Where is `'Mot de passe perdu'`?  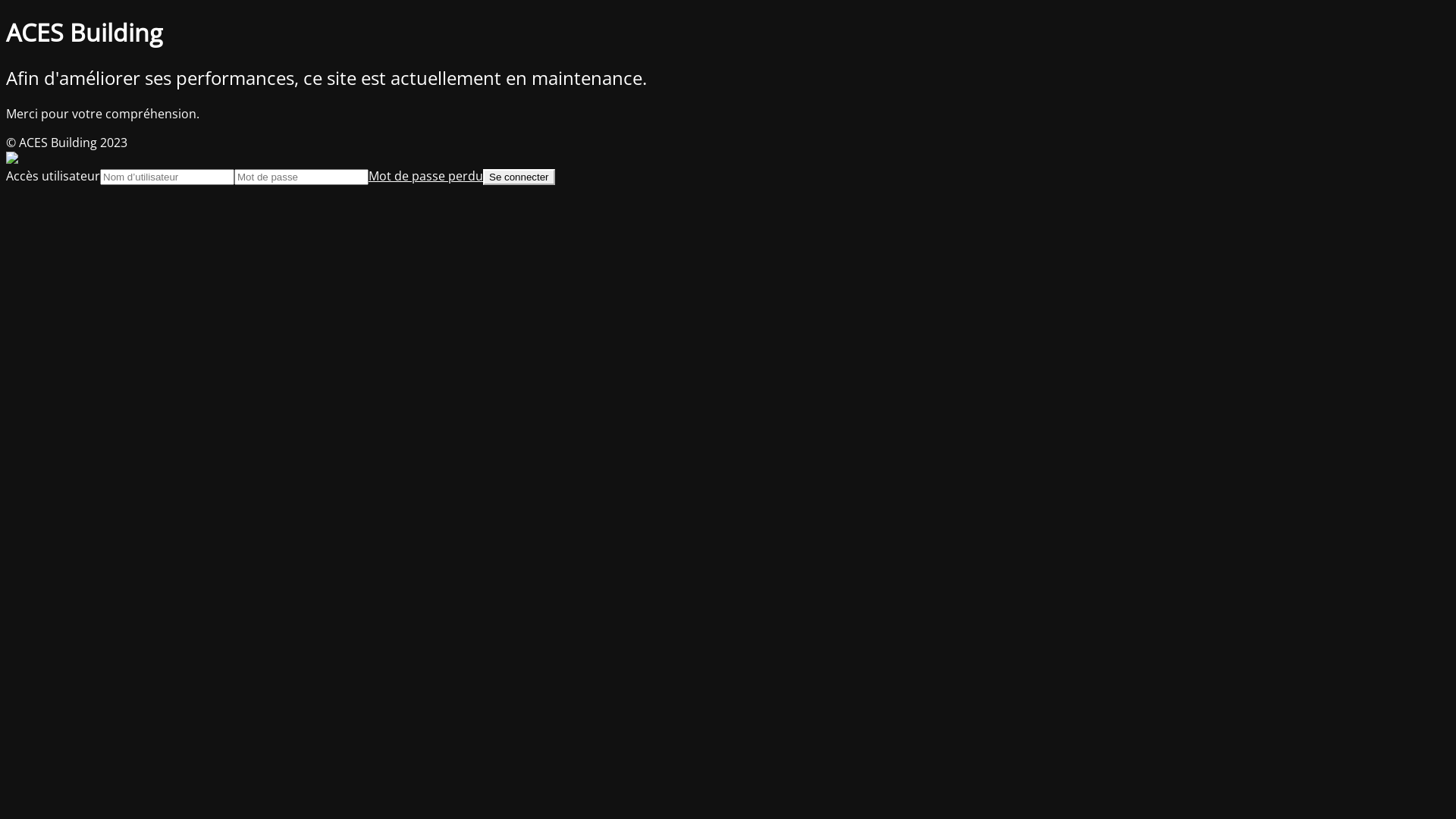
'Mot de passe perdu' is located at coordinates (425, 174).